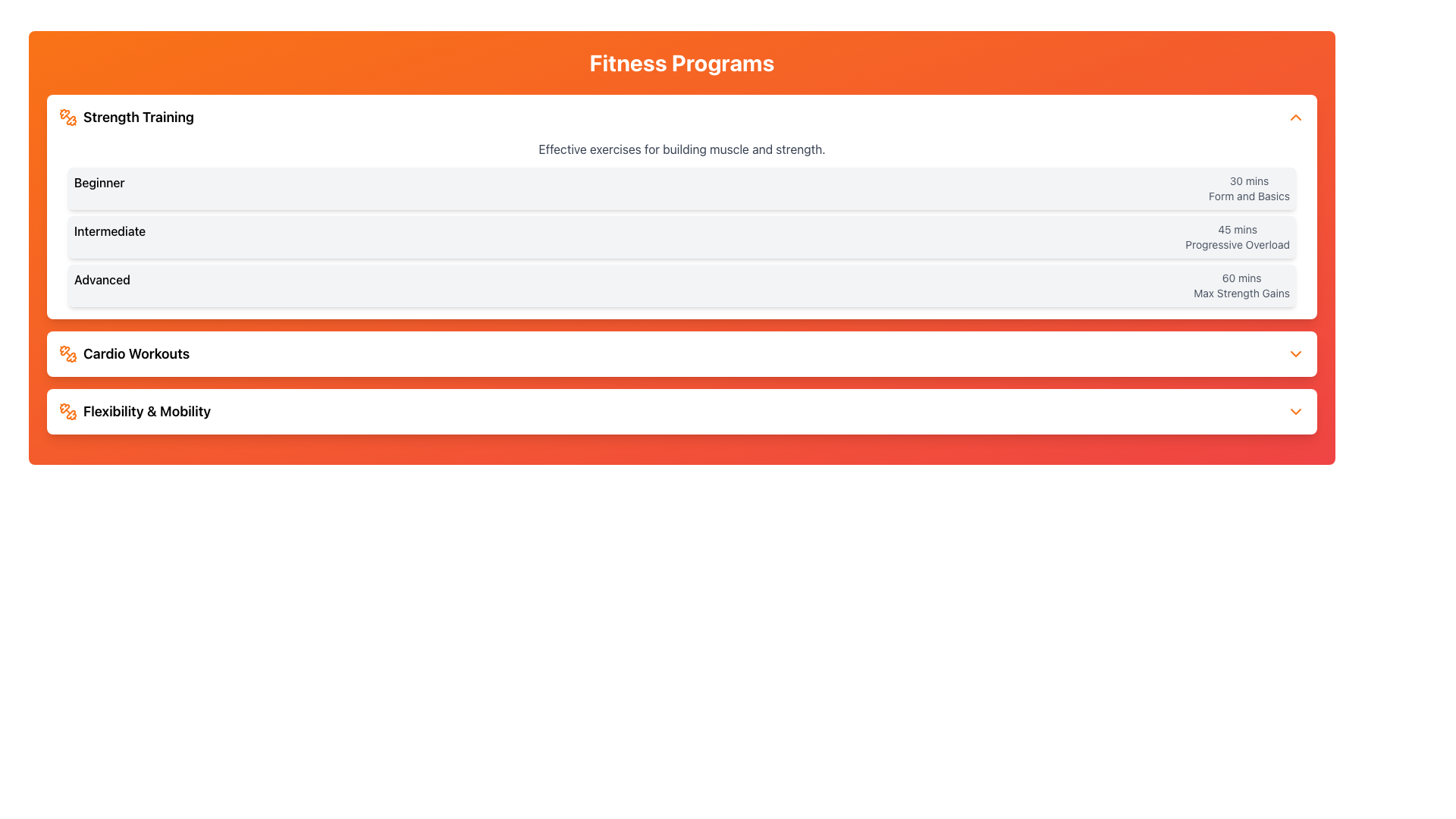 The width and height of the screenshot is (1456, 819). What do you see at coordinates (1238, 230) in the screenshot?
I see `the text label displaying '45 mins' located in the 'Intermediate' subsection under 'Strength Training', positioned above 'Progressive Overload'` at bounding box center [1238, 230].